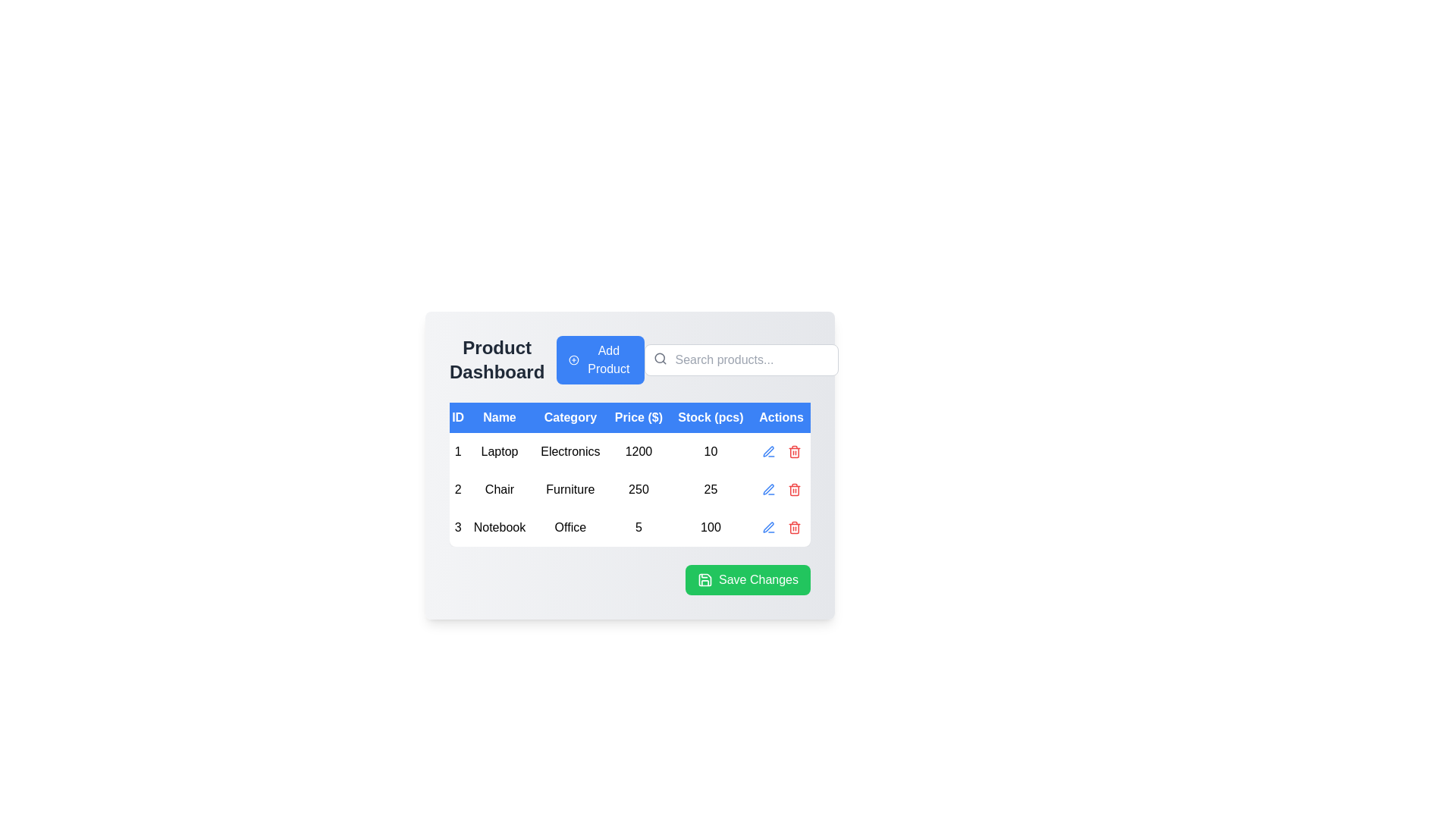  I want to click on the static text label displaying 'Electronics' for the product 'Laptop' in the third cell of the first row of the table in the 'Category' column, so click(570, 451).